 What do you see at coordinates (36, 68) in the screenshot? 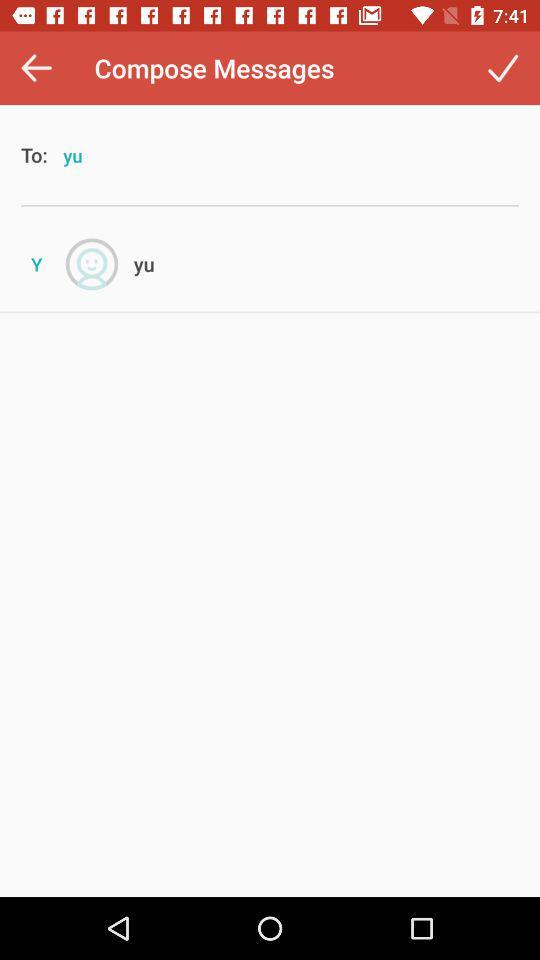
I see `the item to the left of the compose messages item` at bounding box center [36, 68].